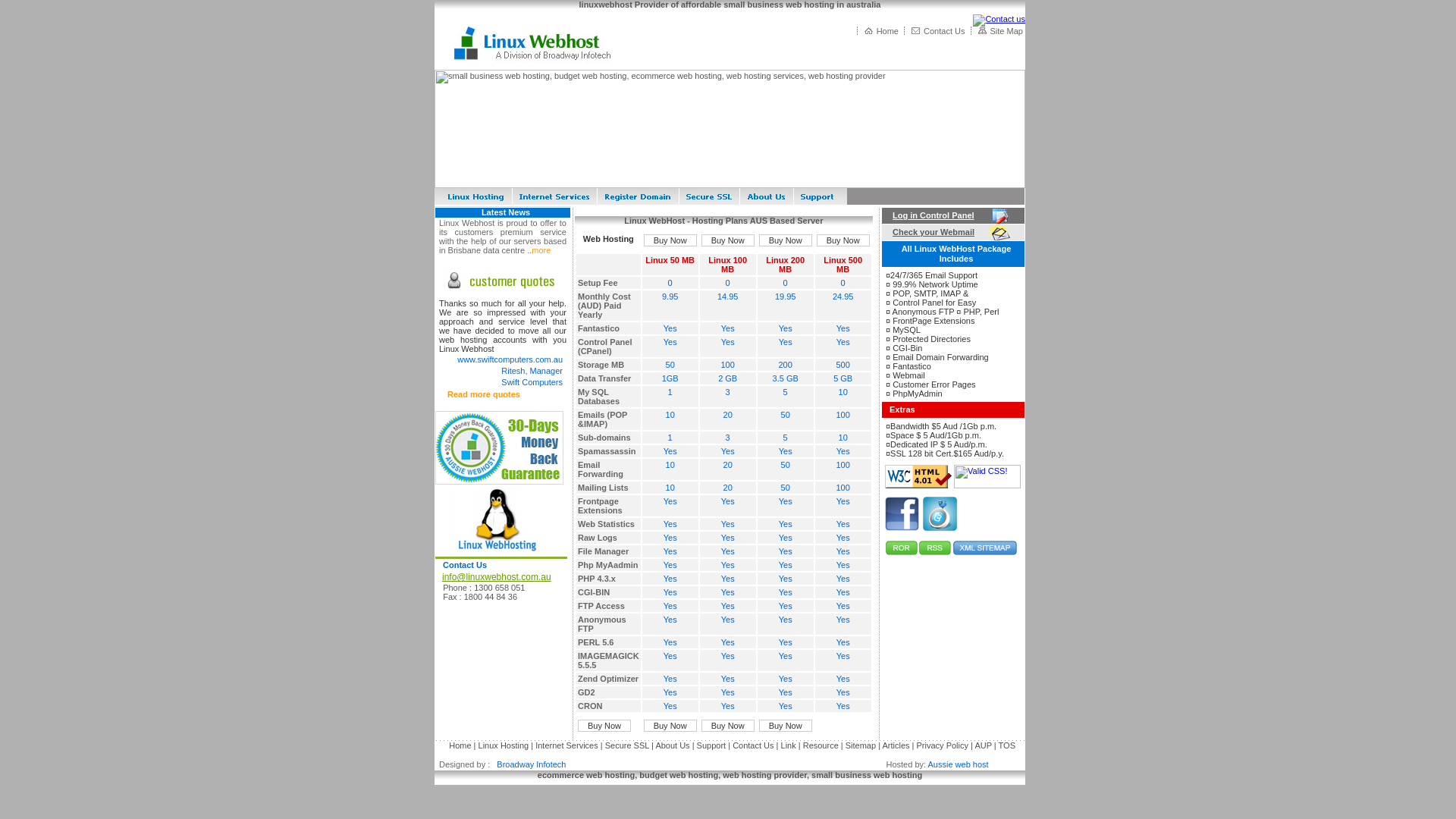 The image size is (1456, 819). Describe the element at coordinates (529, 764) in the screenshot. I see `'Broadway Infotech'` at that location.